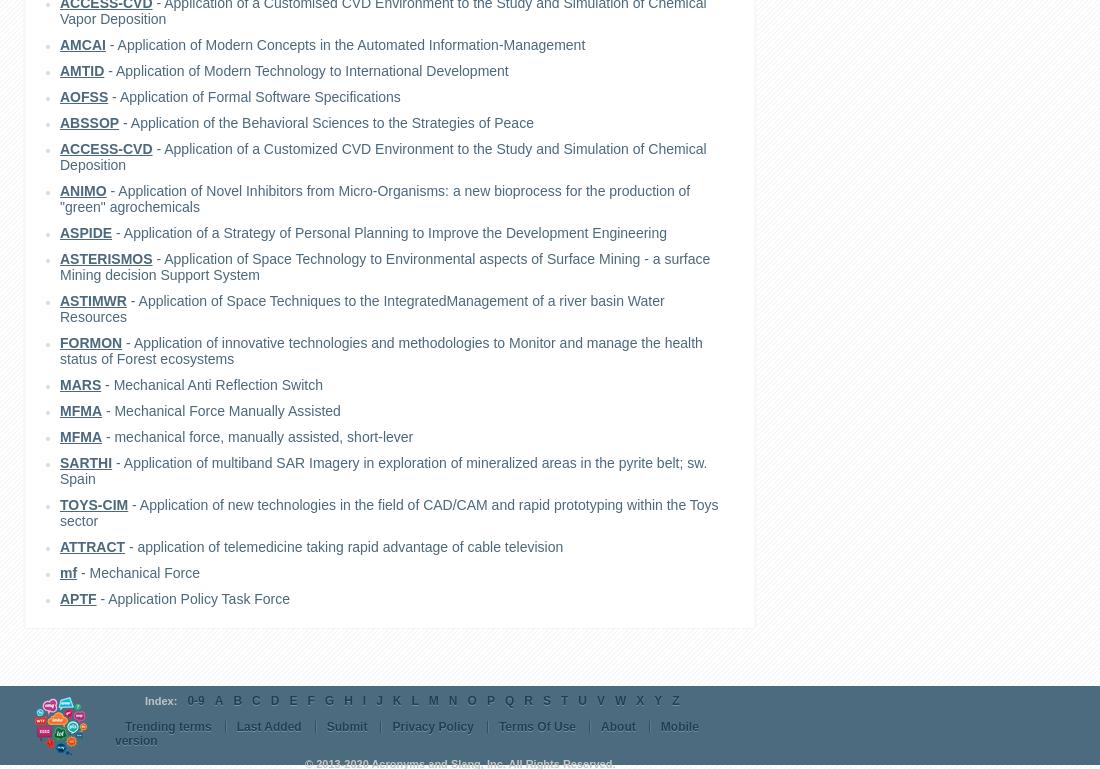 The width and height of the screenshot is (1100, 769). Describe the element at coordinates (106, 257) in the screenshot. I see `'ASTERISMOS'` at that location.